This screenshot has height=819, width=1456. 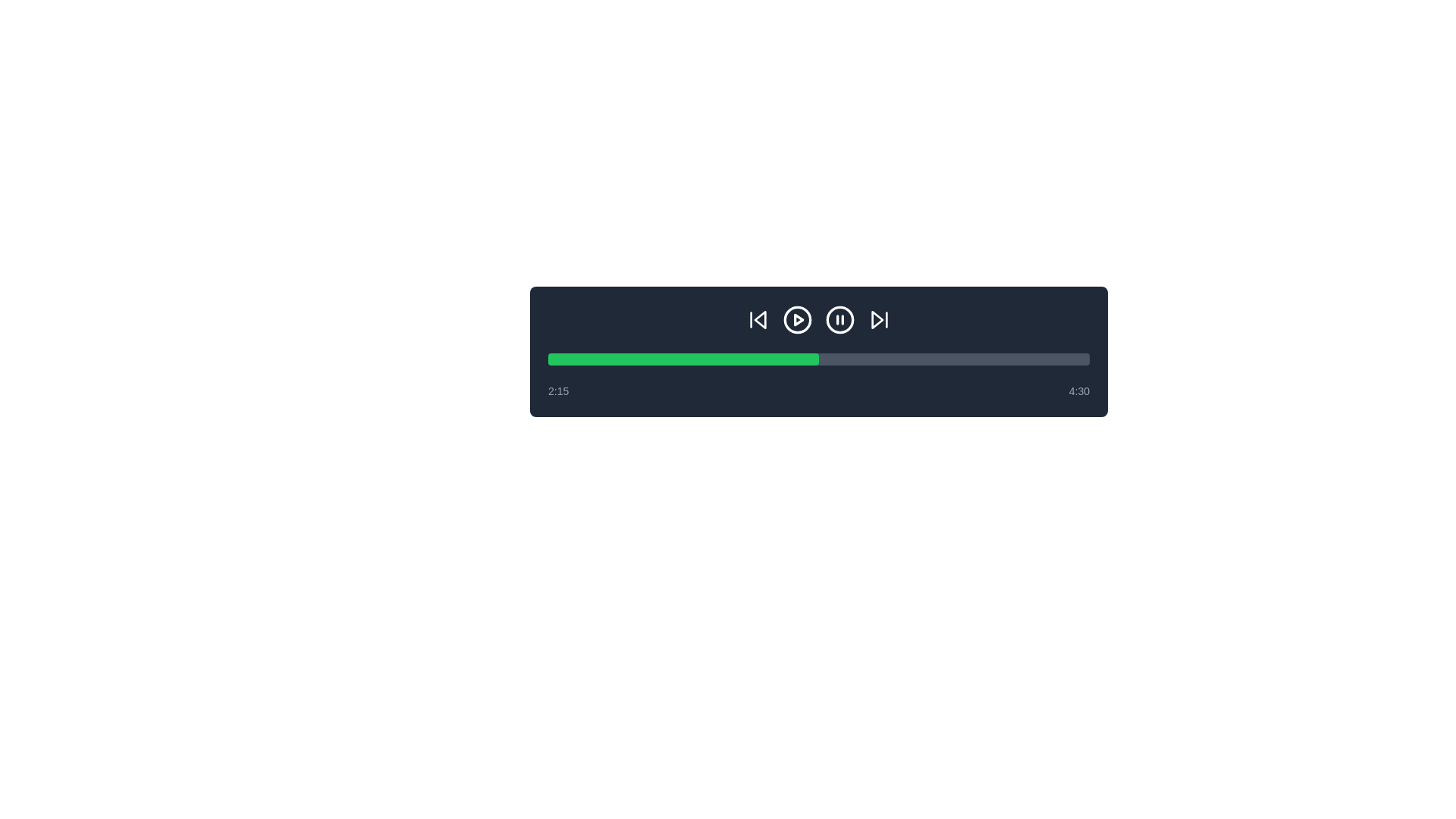 What do you see at coordinates (880, 318) in the screenshot?
I see `the rightmost button/icon in the media control sequence to change its visual state` at bounding box center [880, 318].